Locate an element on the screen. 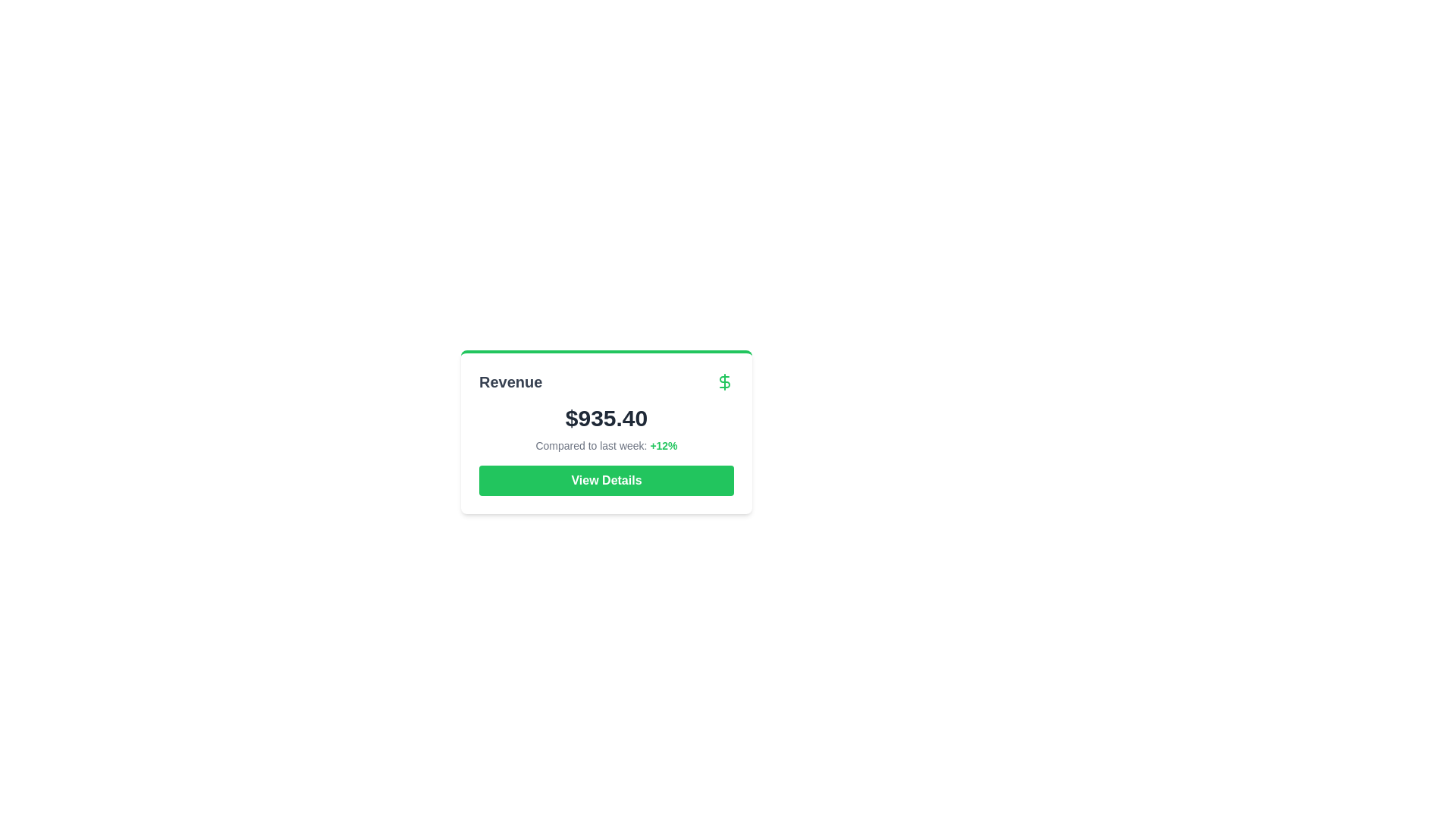  text display showing 'Compared to last week: +12%' which is highlighted in green and bold, located below the monetary figure '$935.40' and above the green button 'View Details' is located at coordinates (607, 444).